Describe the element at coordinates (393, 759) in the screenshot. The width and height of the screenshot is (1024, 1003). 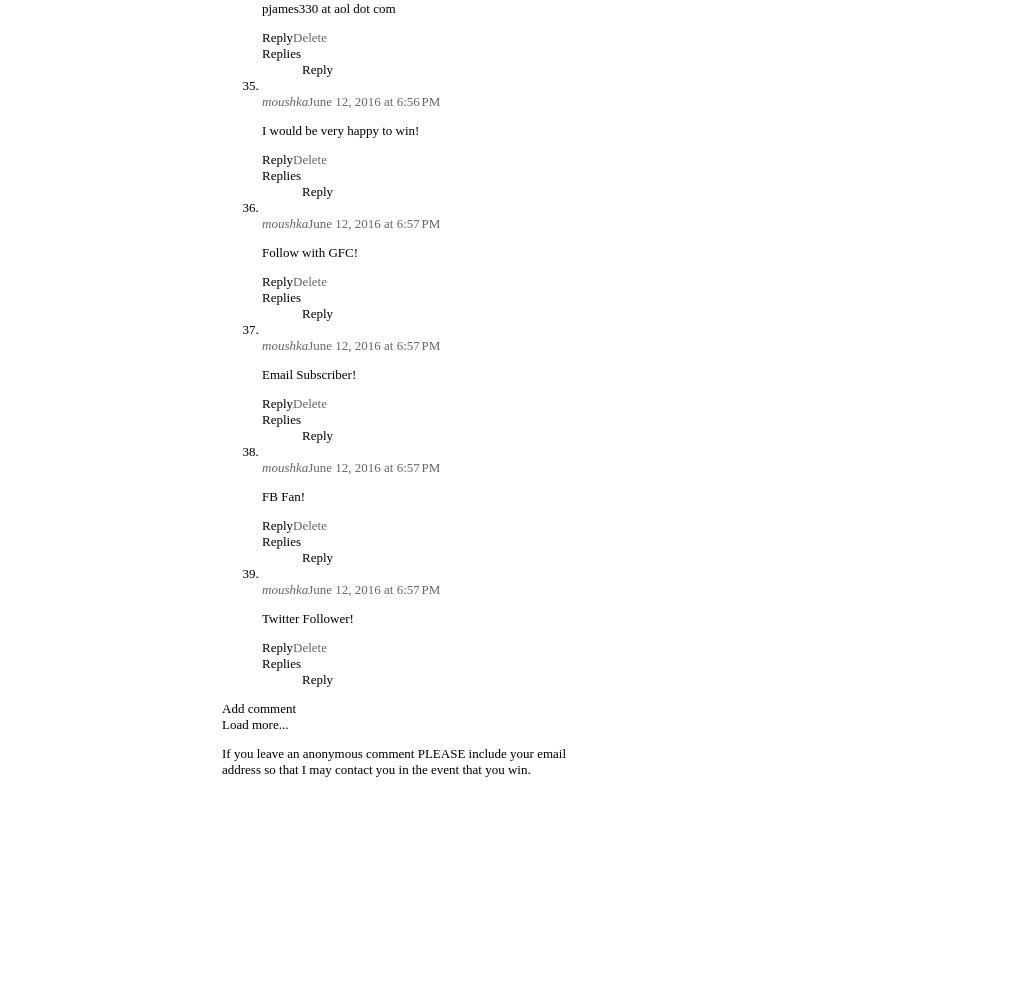
I see `'If you leave an anonymous comment PLEASE include your email address so that I may contact you in the event that you win.'` at that location.